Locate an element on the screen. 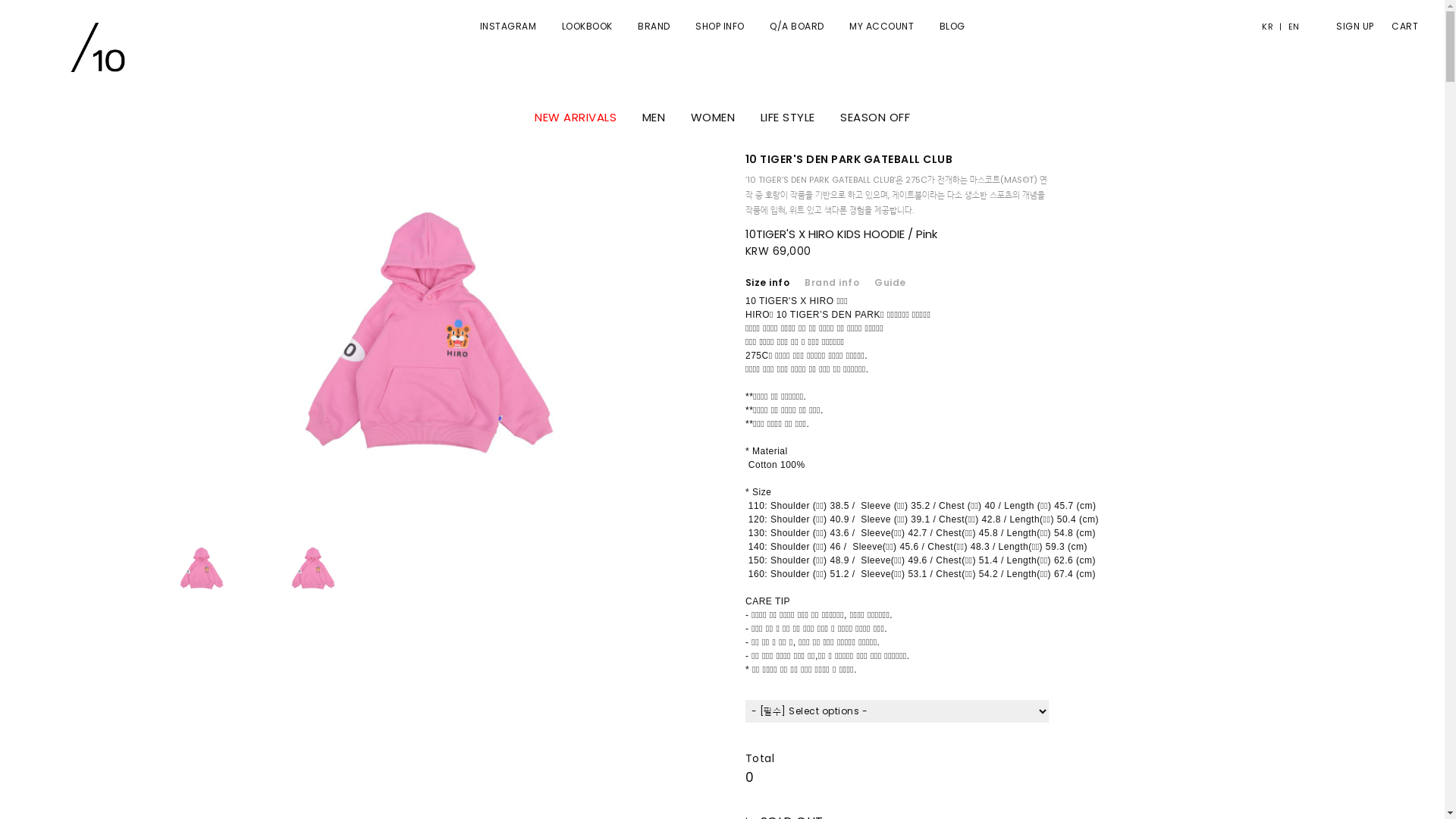 This screenshot has height=819, width=1456. 'KR' is located at coordinates (1270, 26).